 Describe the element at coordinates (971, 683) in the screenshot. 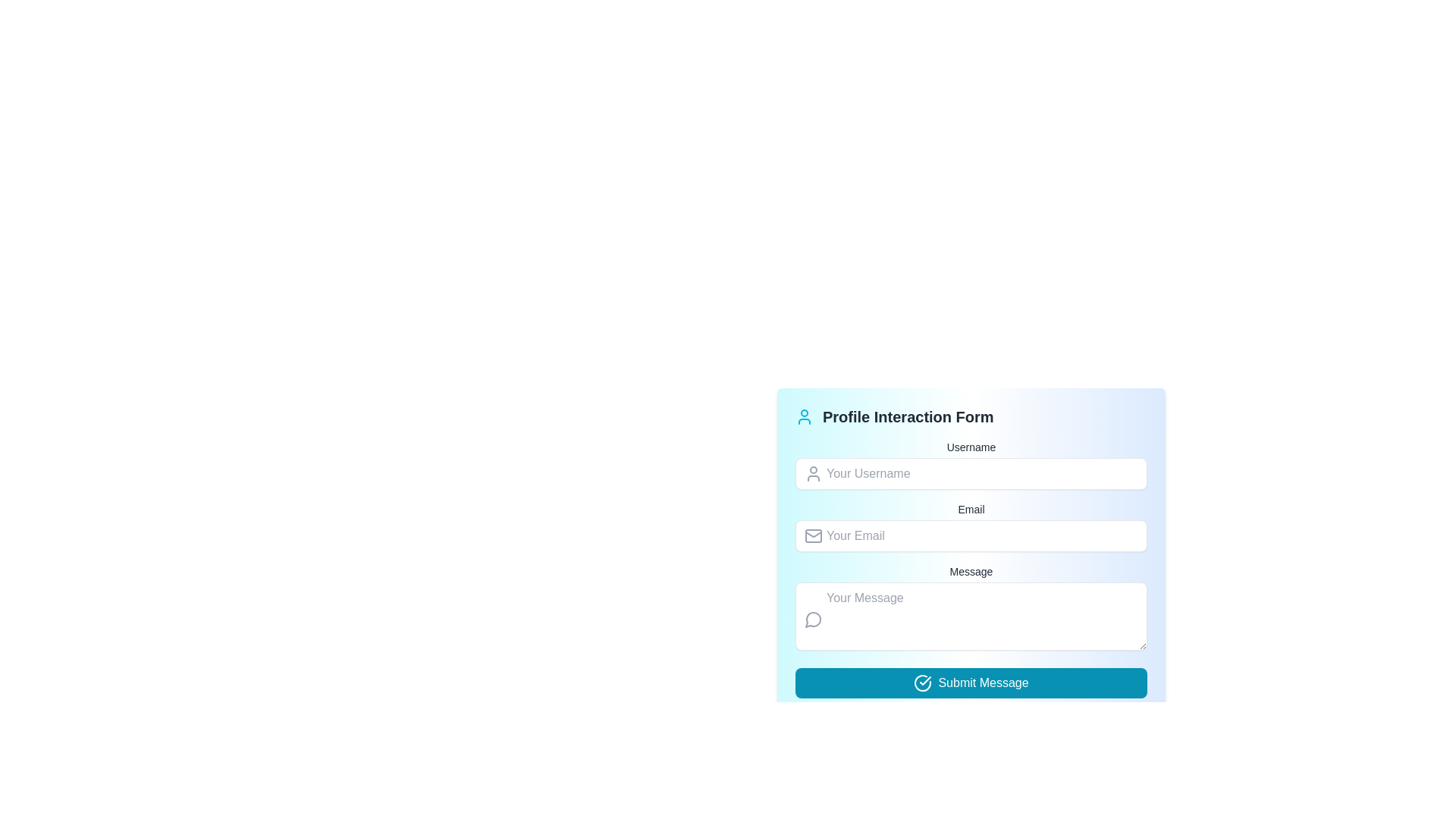

I see `the submit button located at the bottom of the form` at that location.